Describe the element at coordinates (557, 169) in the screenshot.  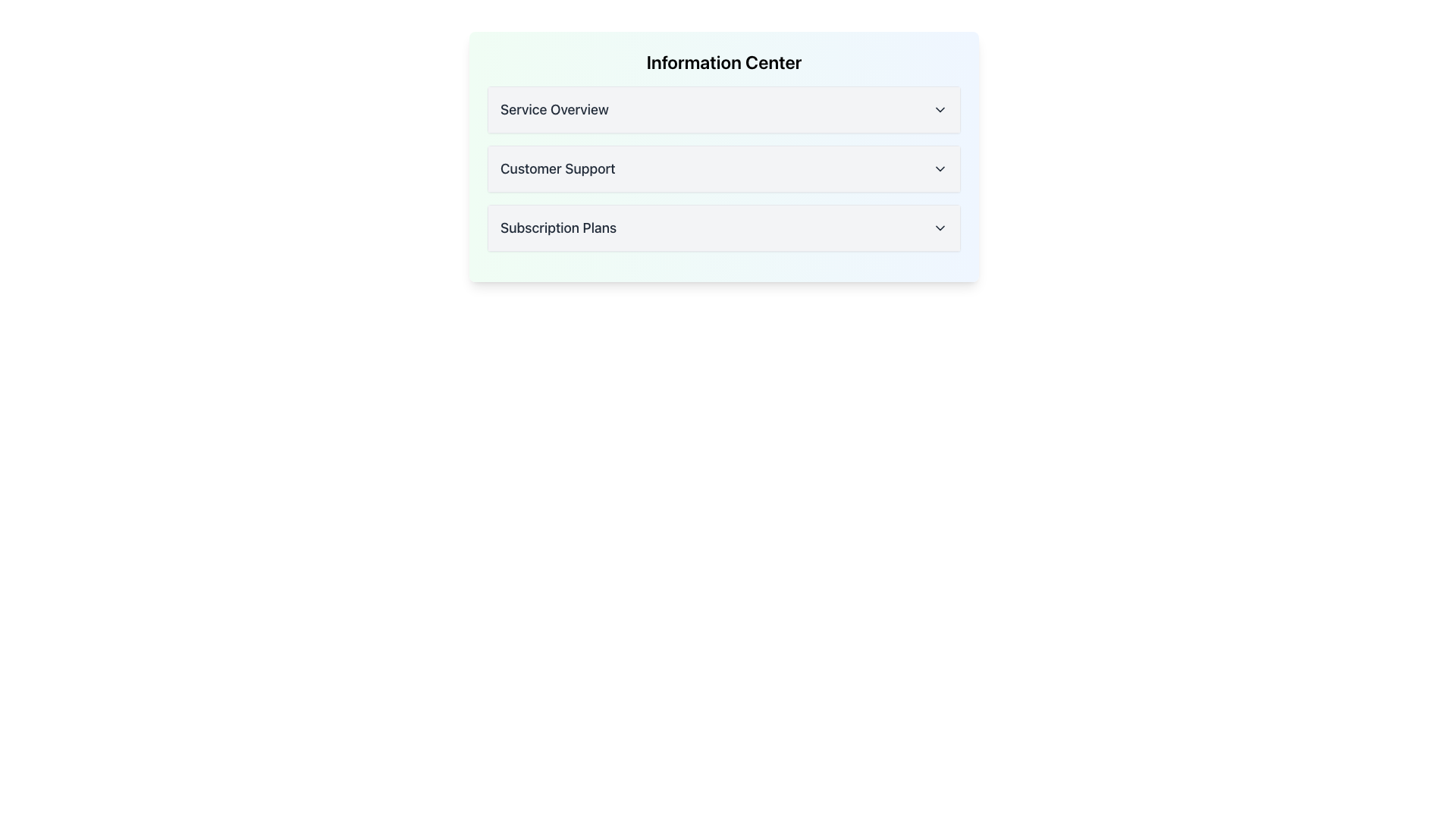
I see `text of the 'Customer Support' label, which is a prominent label styled in large and bold font, set against a light background` at that location.